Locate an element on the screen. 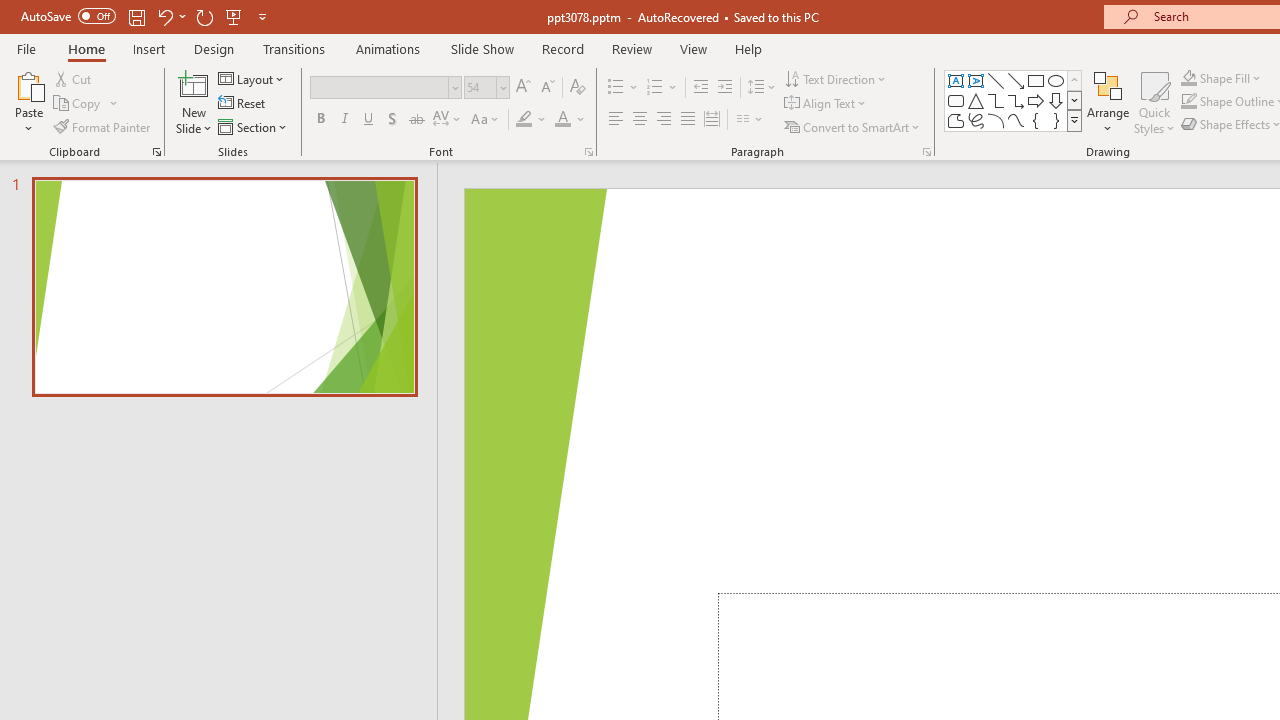  'File Tab' is located at coordinates (26, 47).